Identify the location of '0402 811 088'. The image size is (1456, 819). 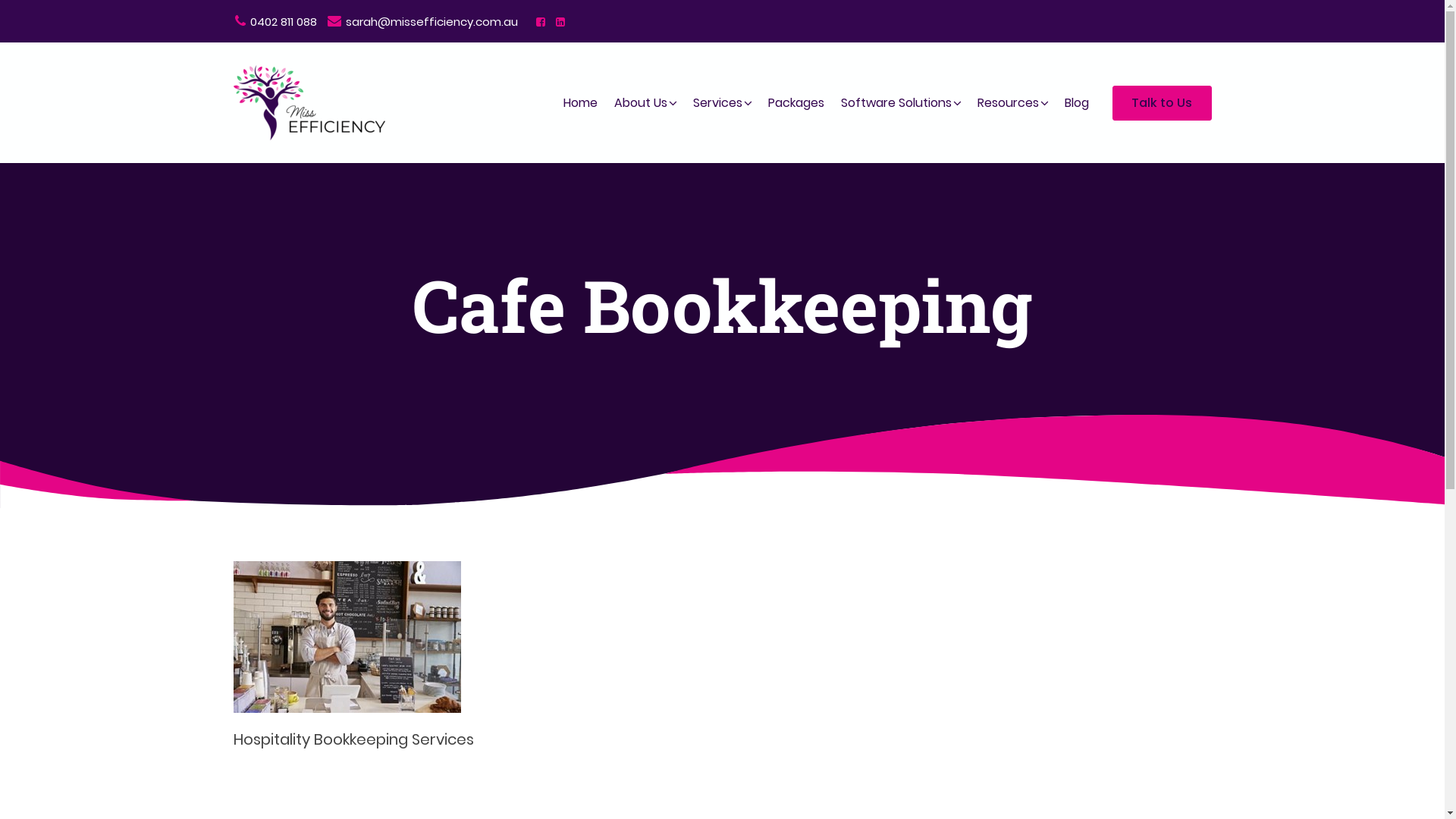
(275, 21).